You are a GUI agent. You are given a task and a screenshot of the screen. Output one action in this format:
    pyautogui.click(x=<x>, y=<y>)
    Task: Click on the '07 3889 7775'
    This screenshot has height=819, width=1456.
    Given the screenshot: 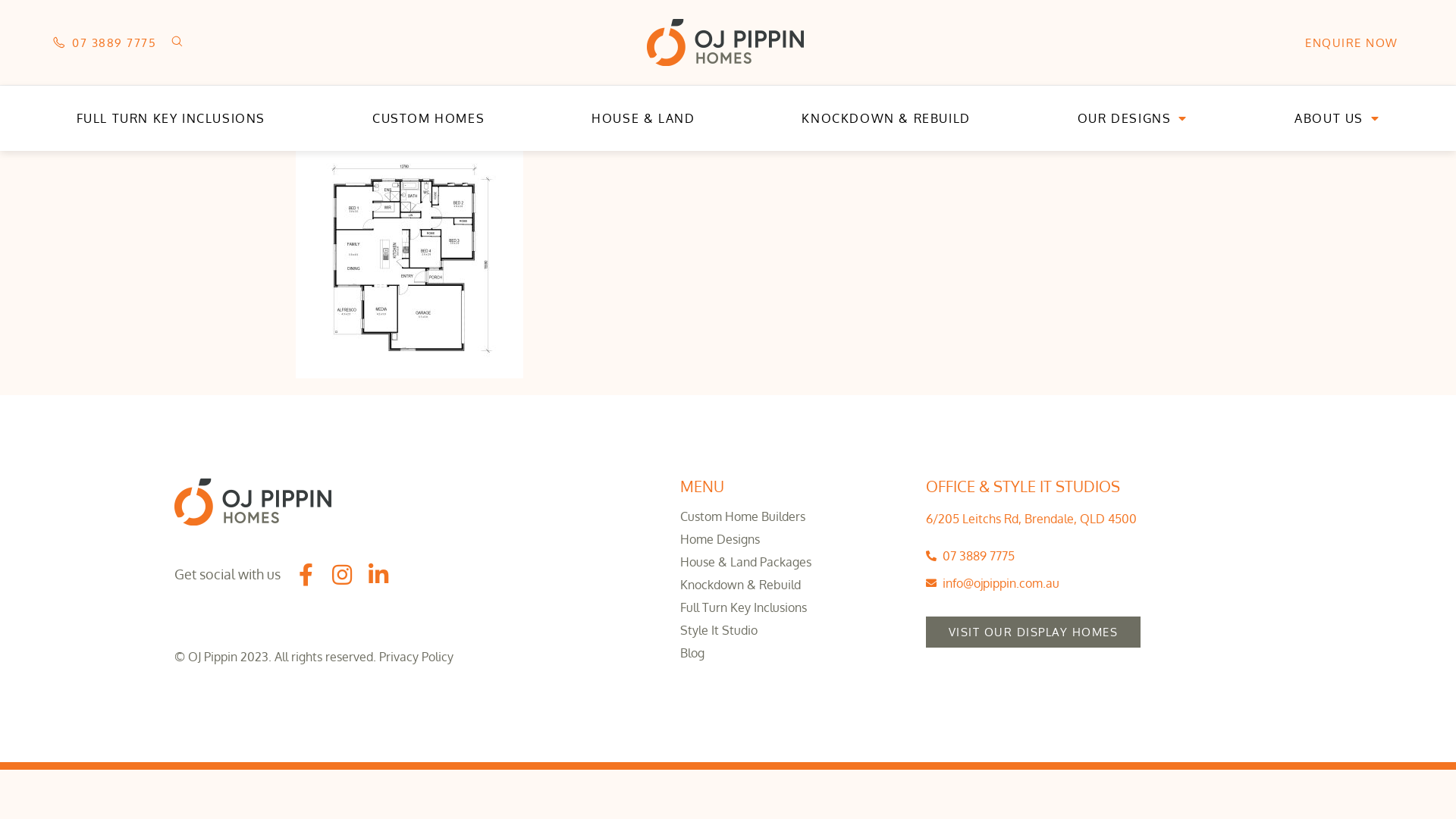 What is the action you would take?
    pyautogui.click(x=104, y=41)
    